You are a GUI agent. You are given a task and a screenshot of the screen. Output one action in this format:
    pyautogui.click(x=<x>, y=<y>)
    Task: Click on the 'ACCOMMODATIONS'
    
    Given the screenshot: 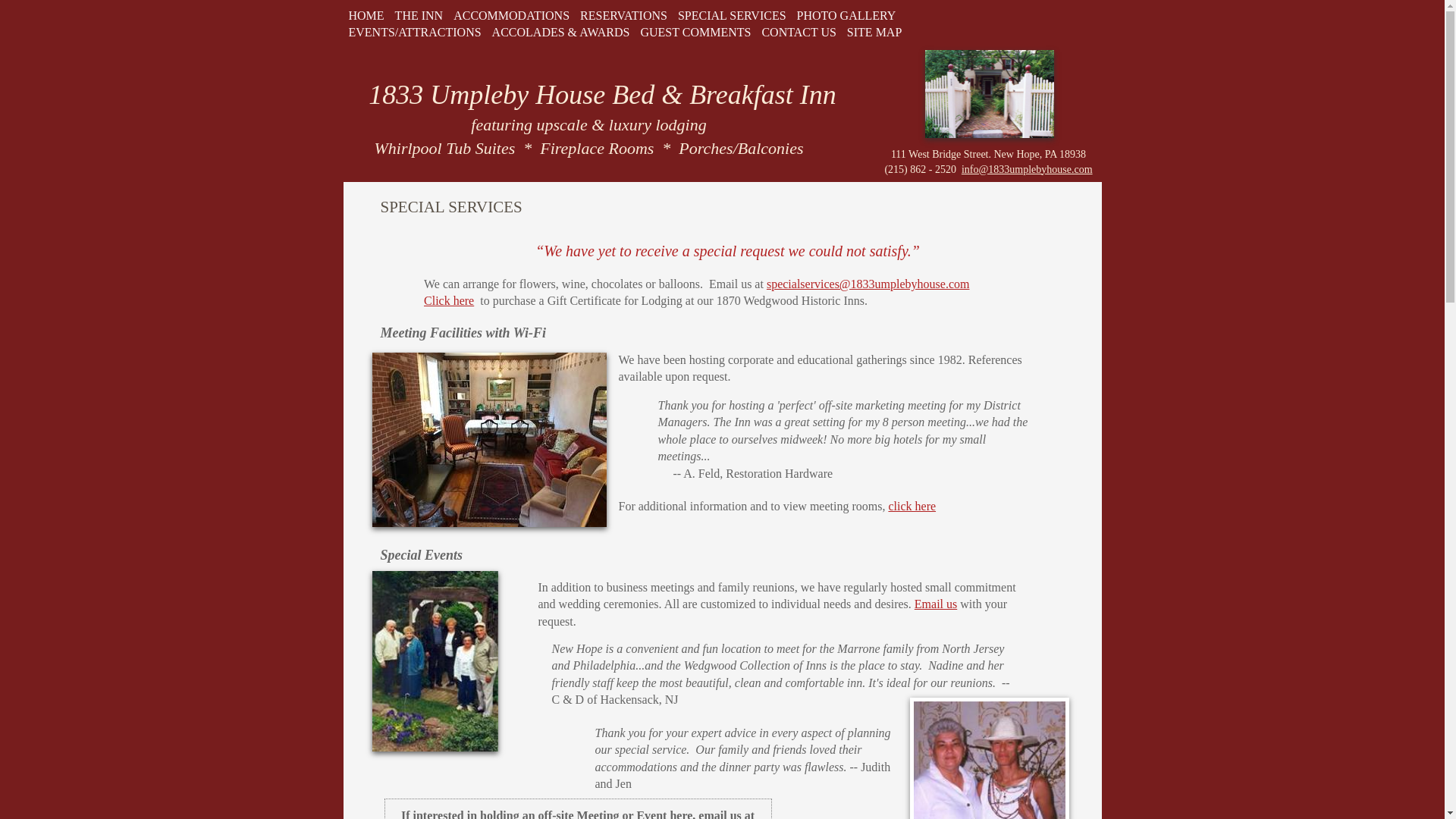 What is the action you would take?
    pyautogui.click(x=511, y=15)
    